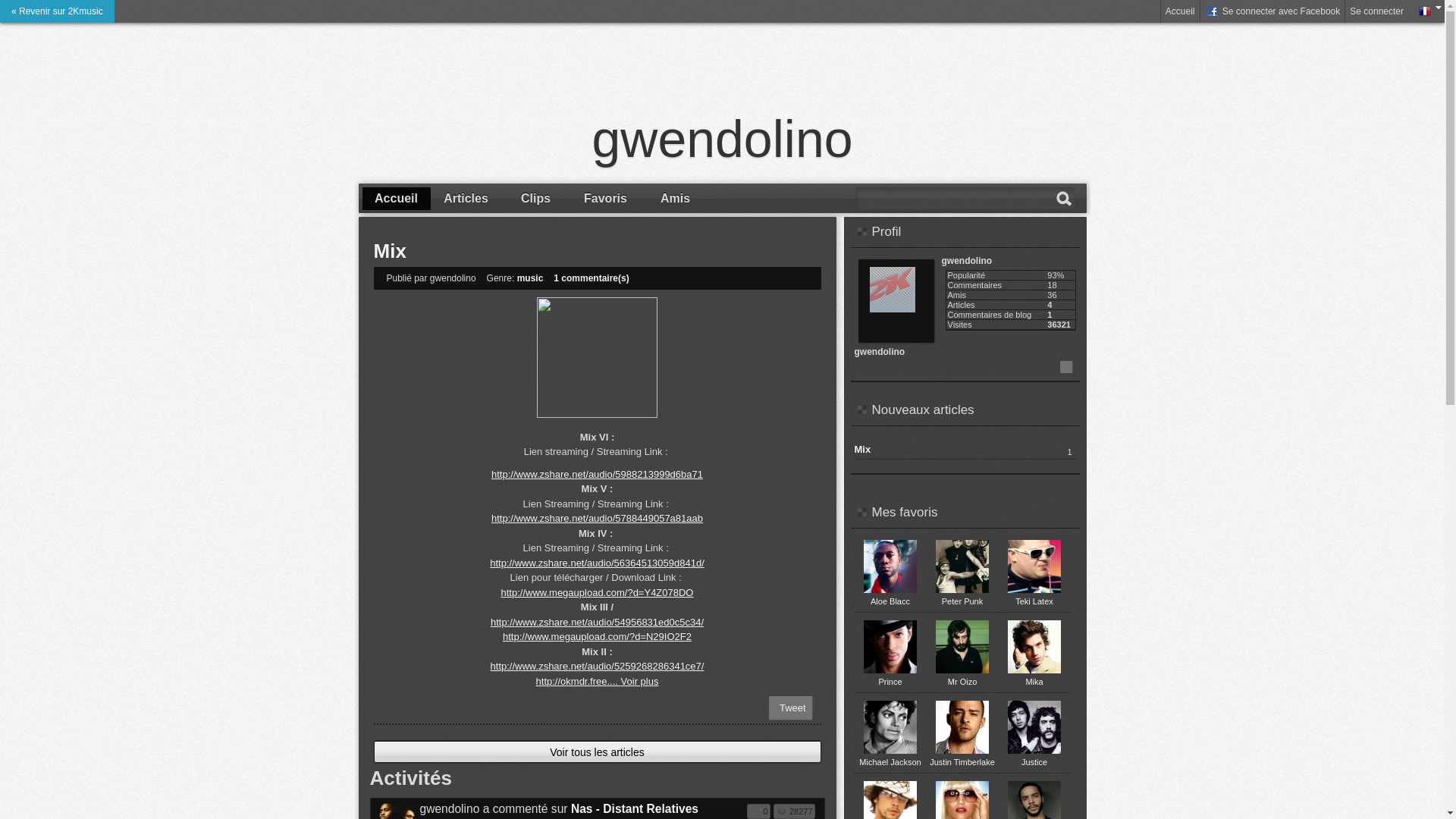 This screenshot has height=819, width=1456. What do you see at coordinates (596, 591) in the screenshot?
I see `'http://www.megaupload.com/?d=Y4Z078DO'` at bounding box center [596, 591].